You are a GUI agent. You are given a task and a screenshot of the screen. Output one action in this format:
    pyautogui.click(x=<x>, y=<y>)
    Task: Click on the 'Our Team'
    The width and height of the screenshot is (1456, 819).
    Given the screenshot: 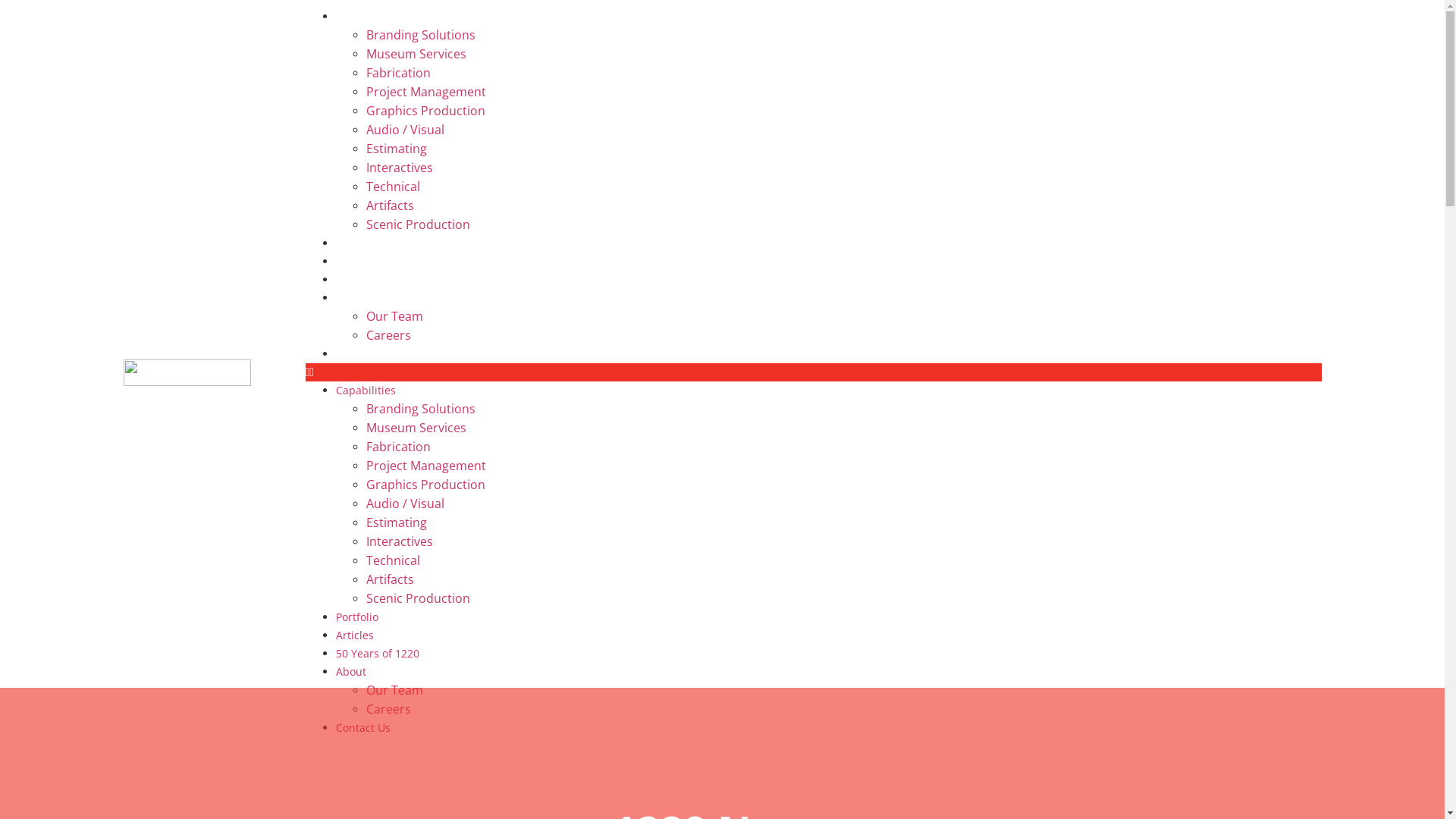 What is the action you would take?
    pyautogui.click(x=394, y=690)
    